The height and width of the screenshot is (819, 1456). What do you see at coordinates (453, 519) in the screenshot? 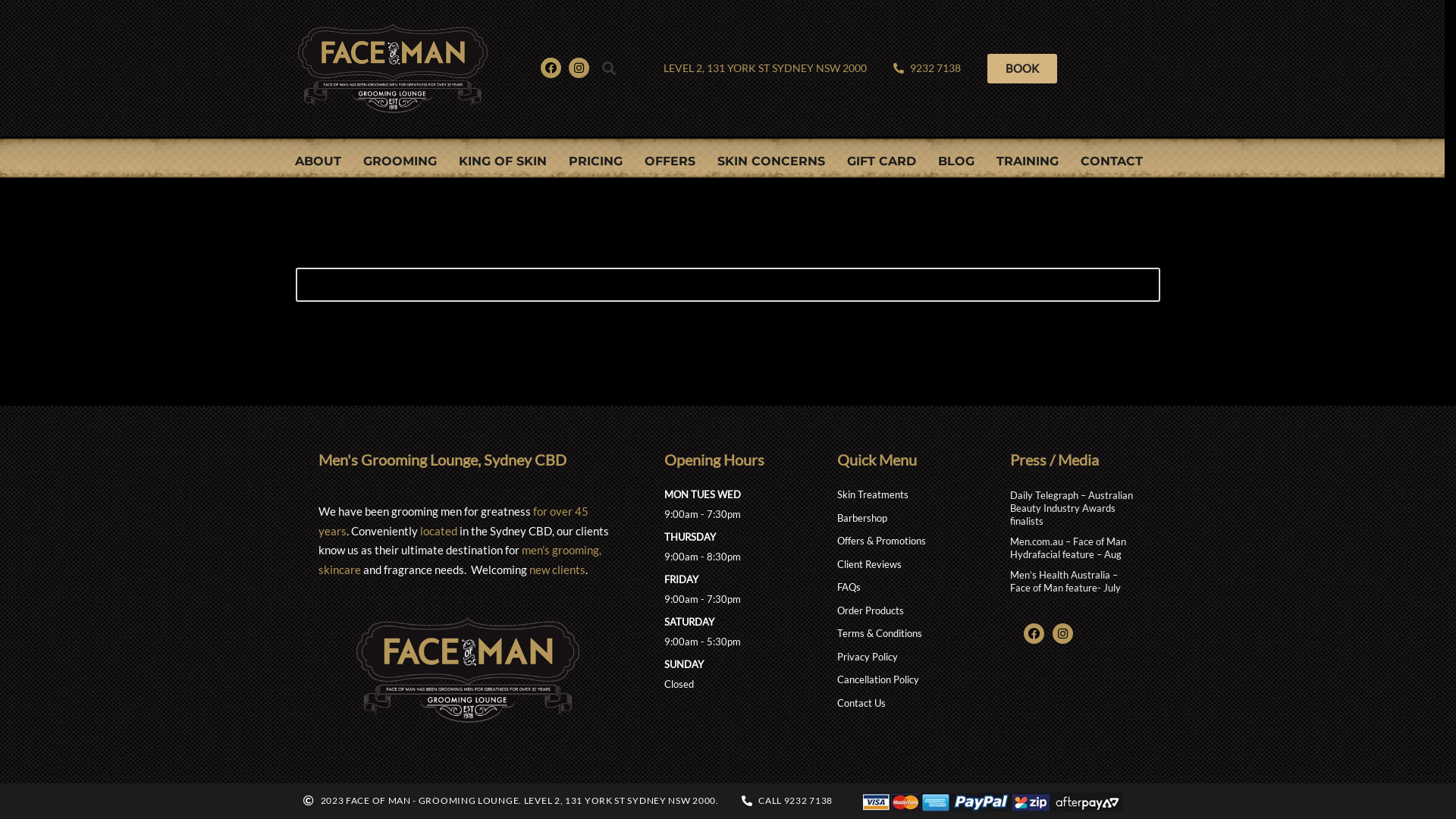
I see `'for over 45 years'` at bounding box center [453, 519].